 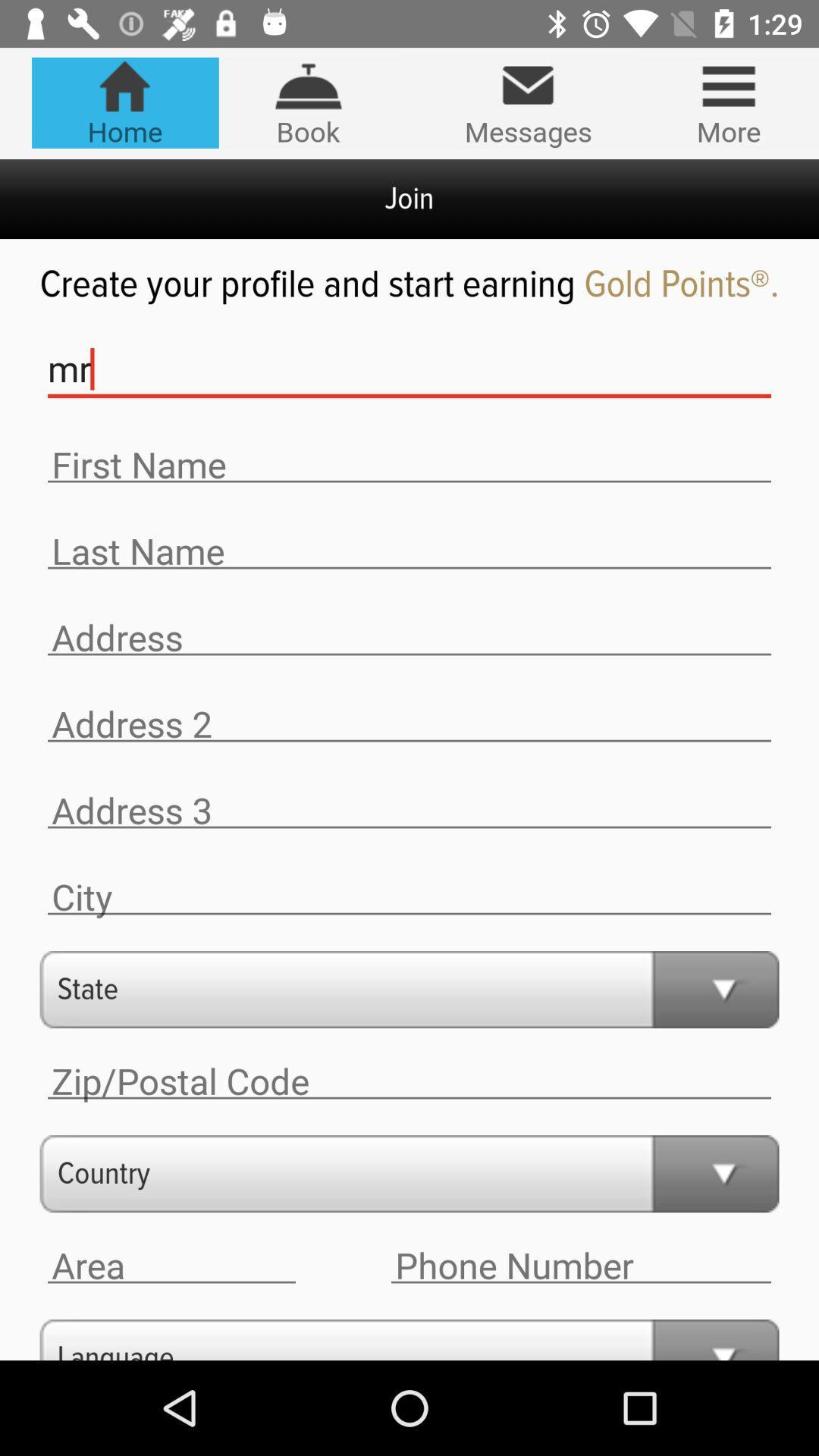 What do you see at coordinates (580, 1266) in the screenshot?
I see `phone number` at bounding box center [580, 1266].